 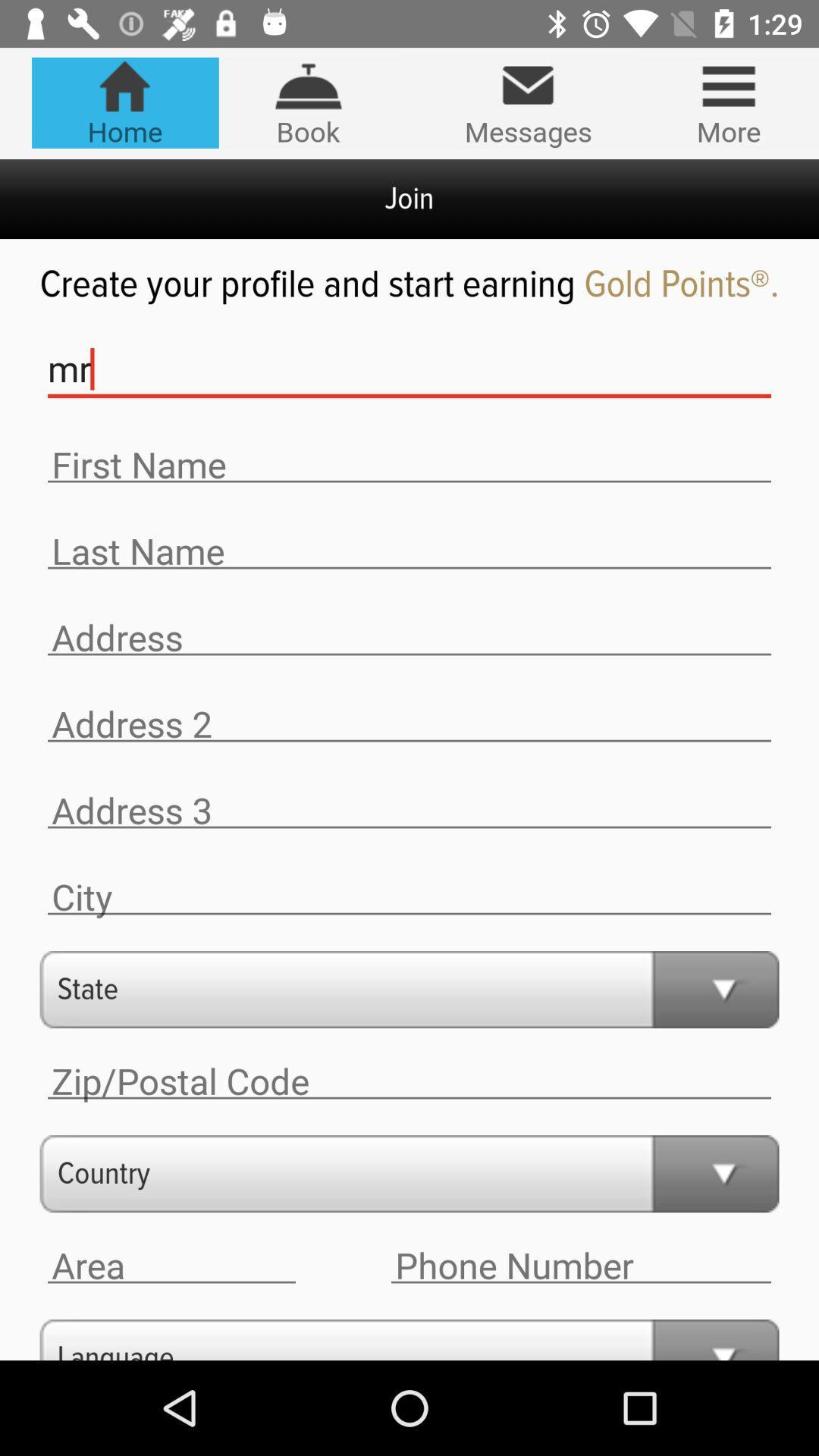 What do you see at coordinates (580, 1266) in the screenshot?
I see `phone number` at bounding box center [580, 1266].